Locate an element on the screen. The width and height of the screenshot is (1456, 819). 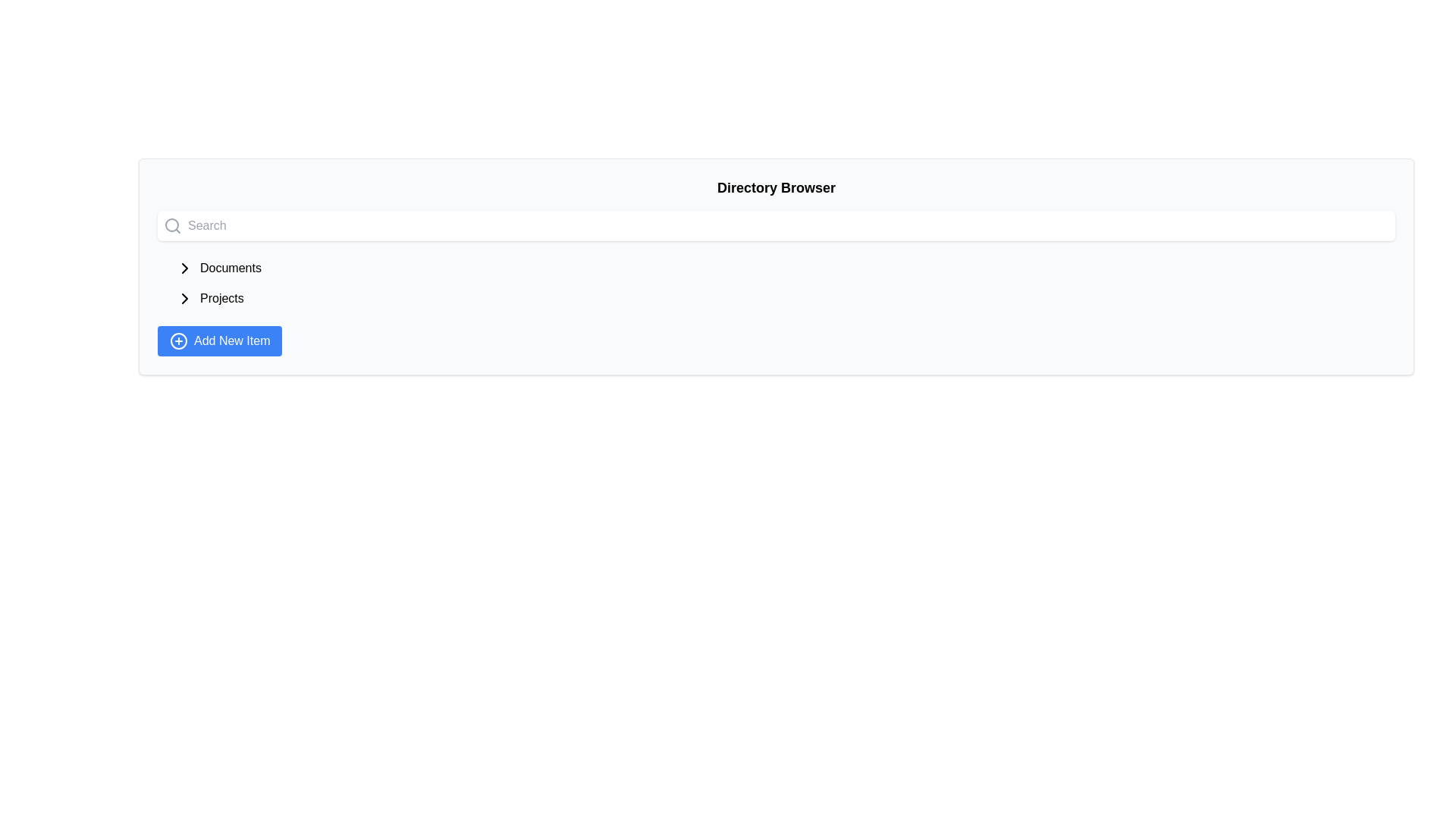
the decorative SVG circle element that indicates the presence of a search functionality, located in the top-left corner of the main content area within the search bar area is located at coordinates (171, 225).